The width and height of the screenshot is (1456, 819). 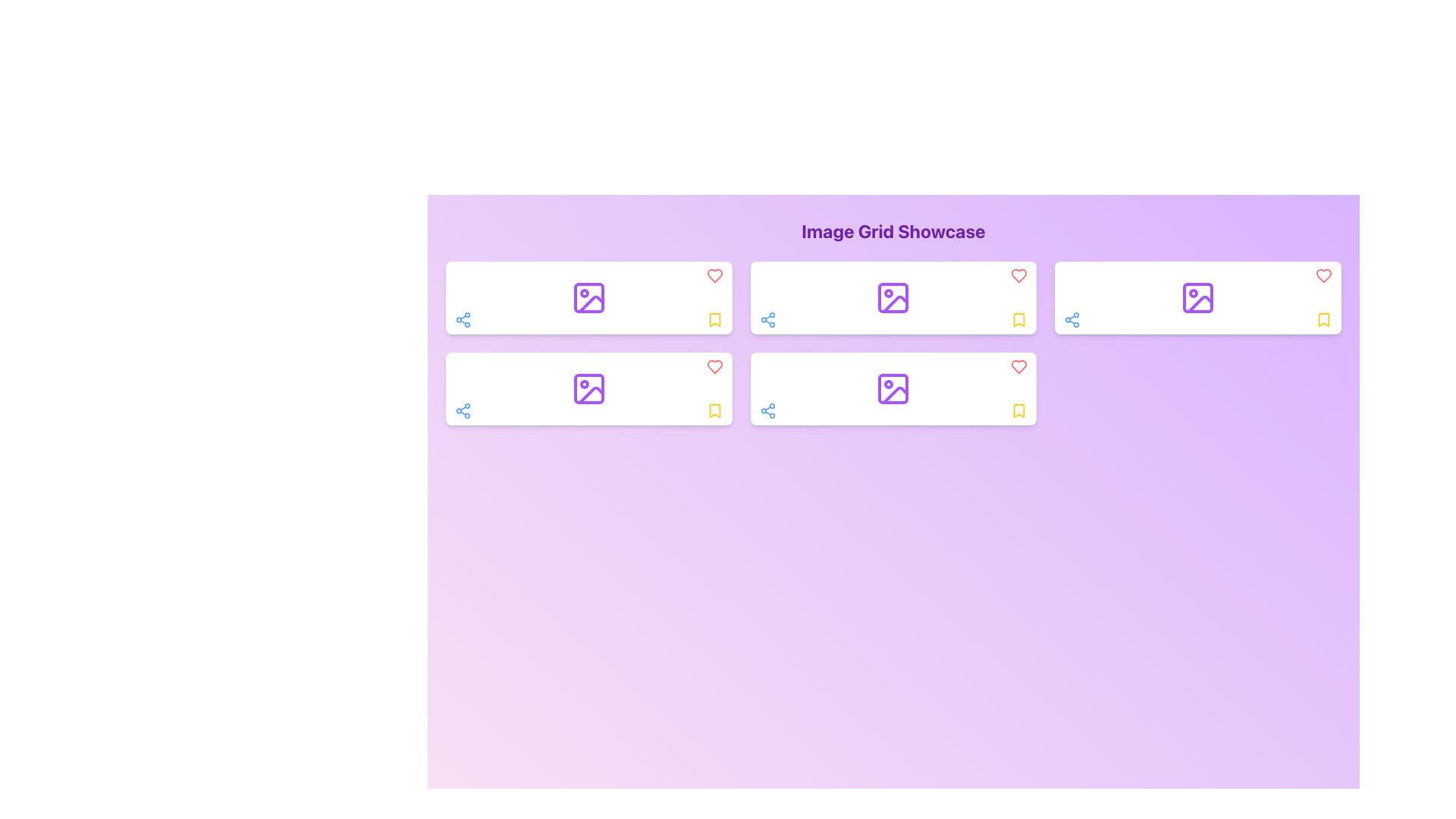 What do you see at coordinates (1072, 318) in the screenshot?
I see `the share button located at the bottom-left of the fourth card in the top row of the grid, adjacent to a purple image icon, to share the content` at bounding box center [1072, 318].